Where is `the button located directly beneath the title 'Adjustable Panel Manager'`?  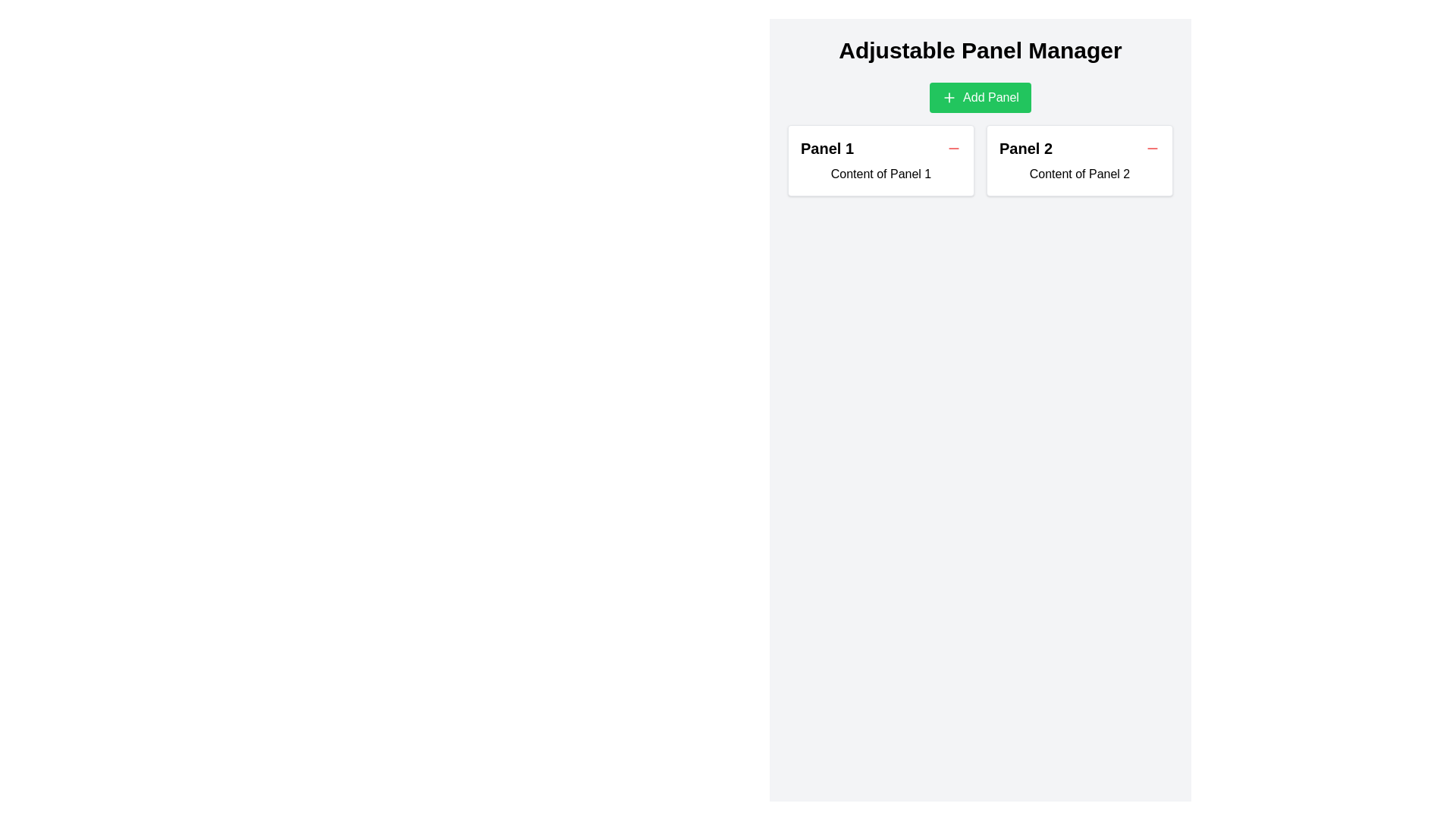
the button located directly beneath the title 'Adjustable Panel Manager' is located at coordinates (980, 97).